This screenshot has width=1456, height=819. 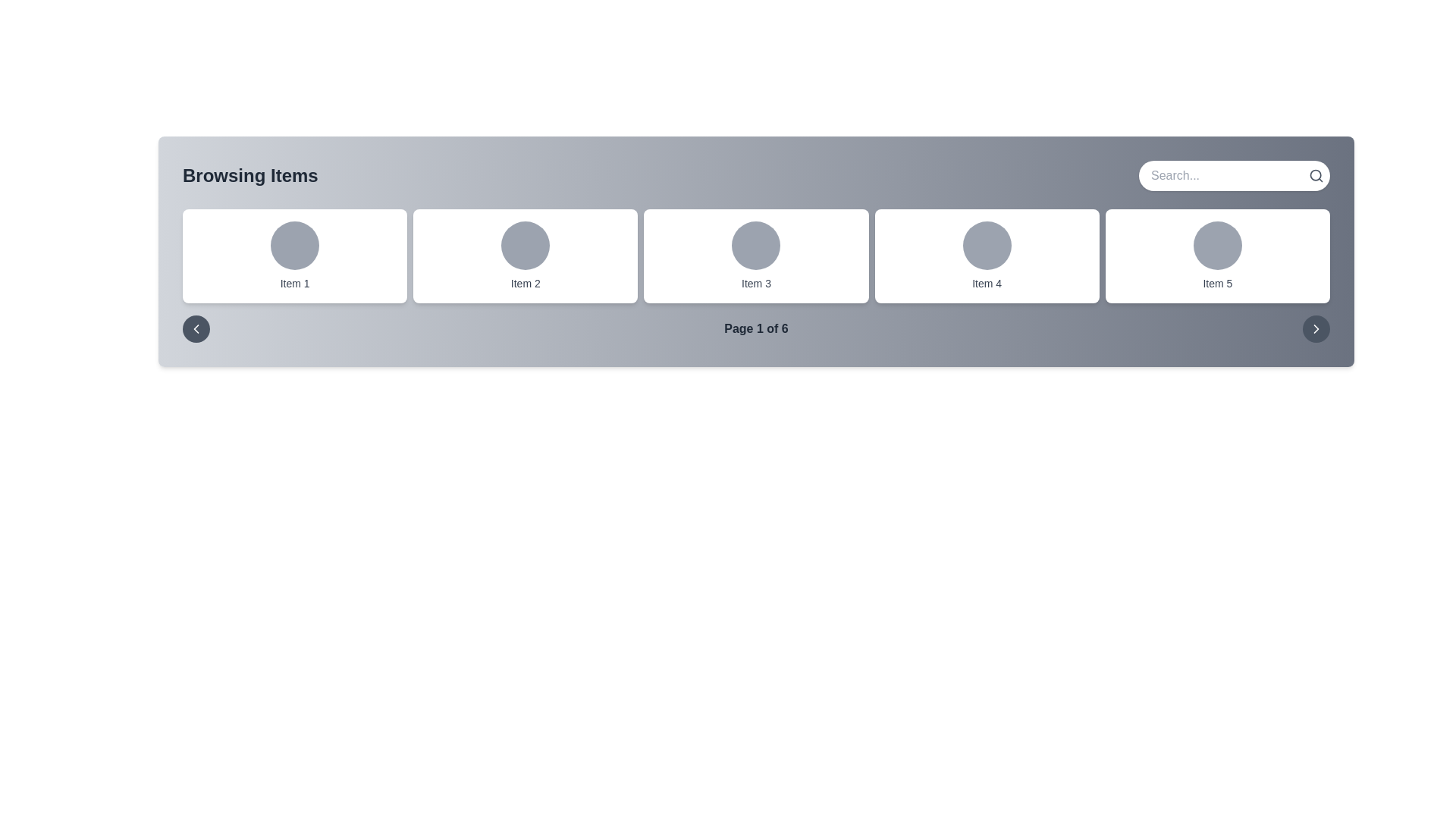 What do you see at coordinates (987, 256) in the screenshot?
I see `the card representing 'Item 4', which is the fourth item in a row of five cards, positioned between 'Item 3' and 'Item 5'` at bounding box center [987, 256].